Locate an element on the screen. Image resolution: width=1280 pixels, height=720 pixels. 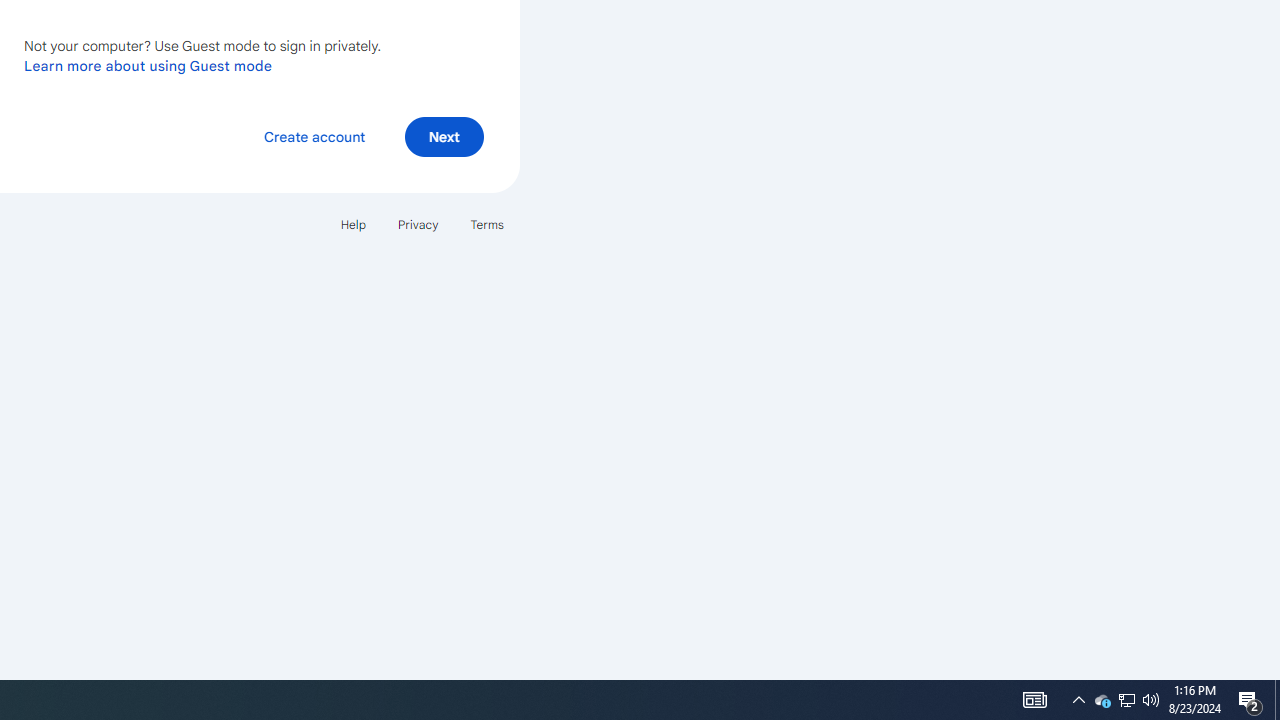
'Create account' is located at coordinates (313, 135).